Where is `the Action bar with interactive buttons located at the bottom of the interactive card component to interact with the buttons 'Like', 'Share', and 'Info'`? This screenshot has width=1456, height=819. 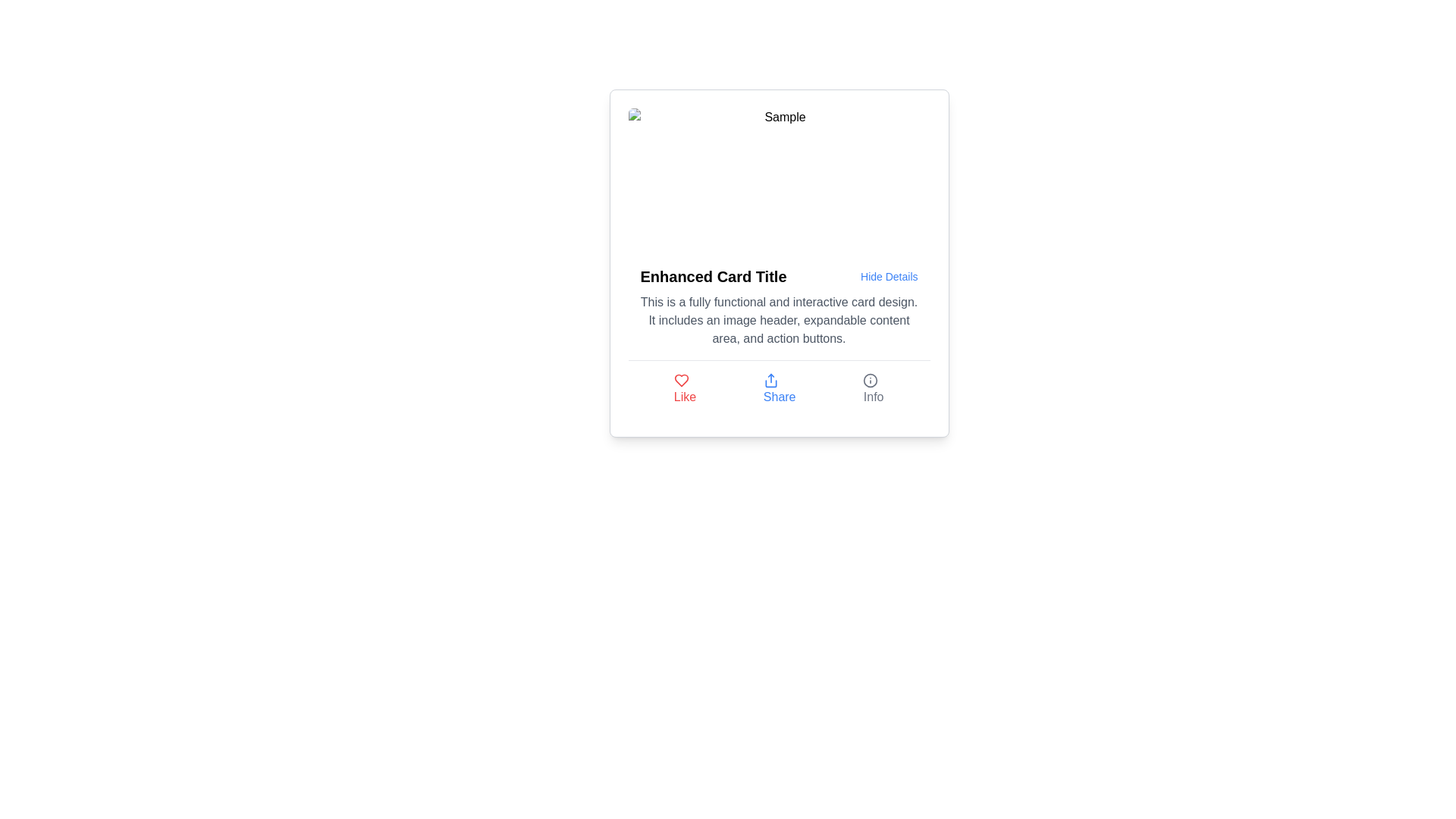
the Action bar with interactive buttons located at the bottom of the interactive card component to interact with the buttons 'Like', 'Share', and 'Info' is located at coordinates (779, 388).